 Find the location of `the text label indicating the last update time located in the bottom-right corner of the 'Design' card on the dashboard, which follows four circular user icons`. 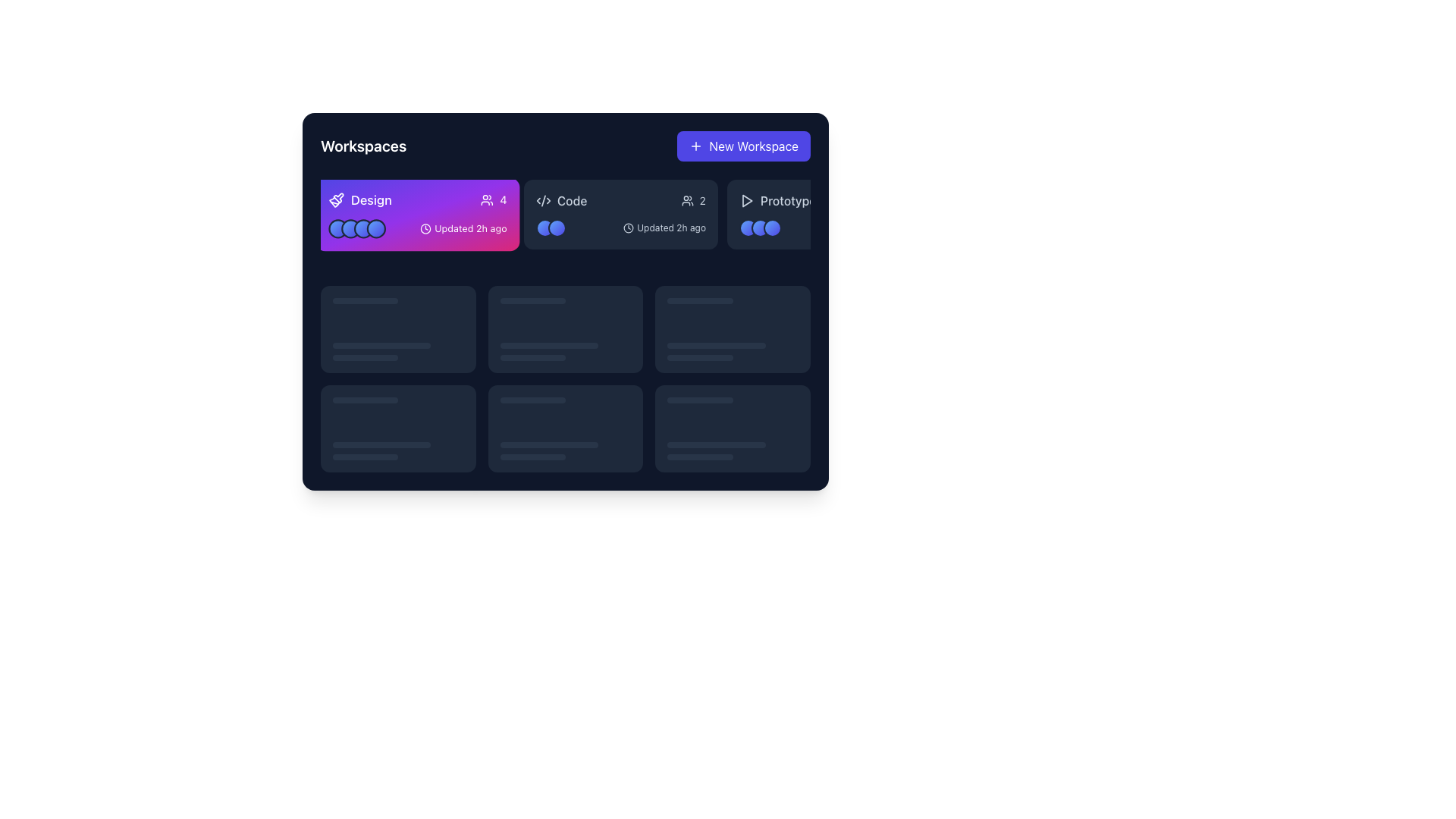

the text label indicating the last update time located in the bottom-right corner of the 'Design' card on the dashboard, which follows four circular user icons is located at coordinates (418, 228).